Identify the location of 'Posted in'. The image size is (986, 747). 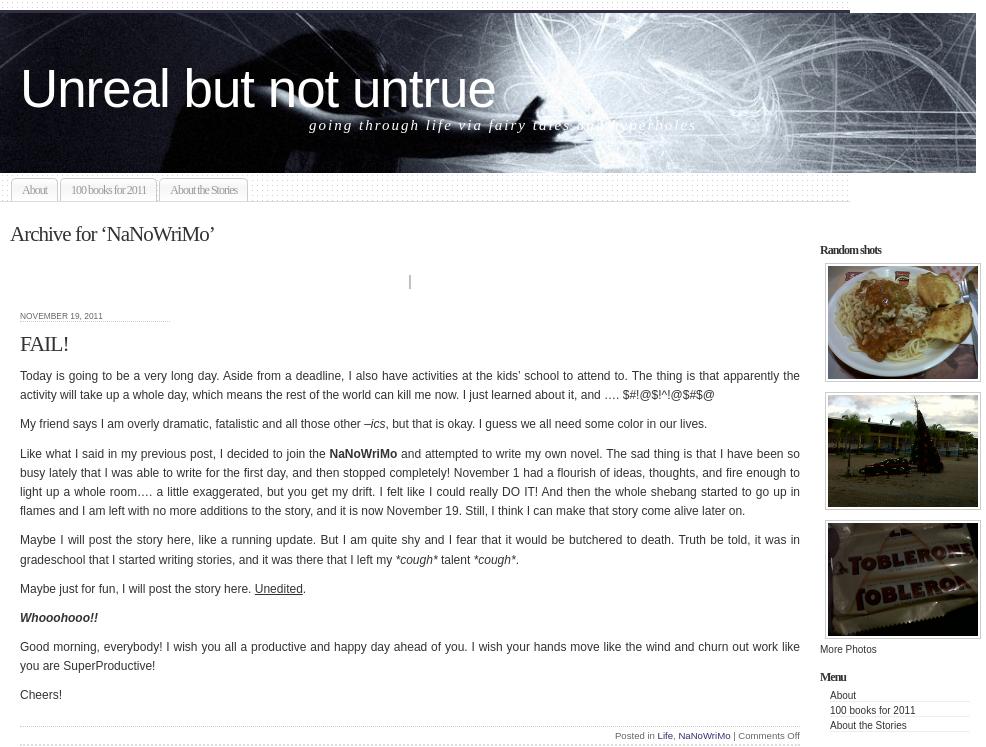
(635, 733).